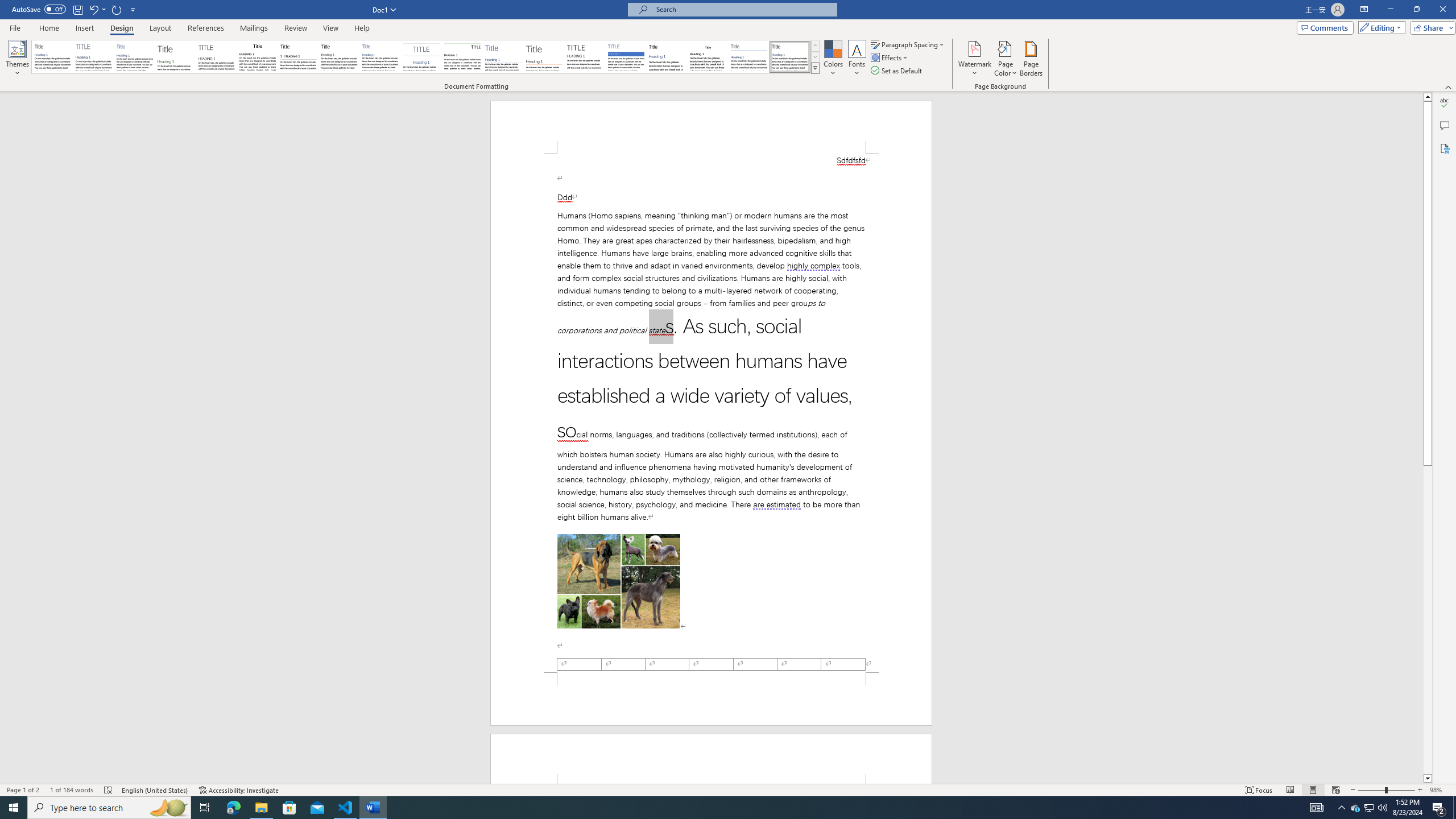  Describe the element at coordinates (1325, 27) in the screenshot. I see `'Comments'` at that location.